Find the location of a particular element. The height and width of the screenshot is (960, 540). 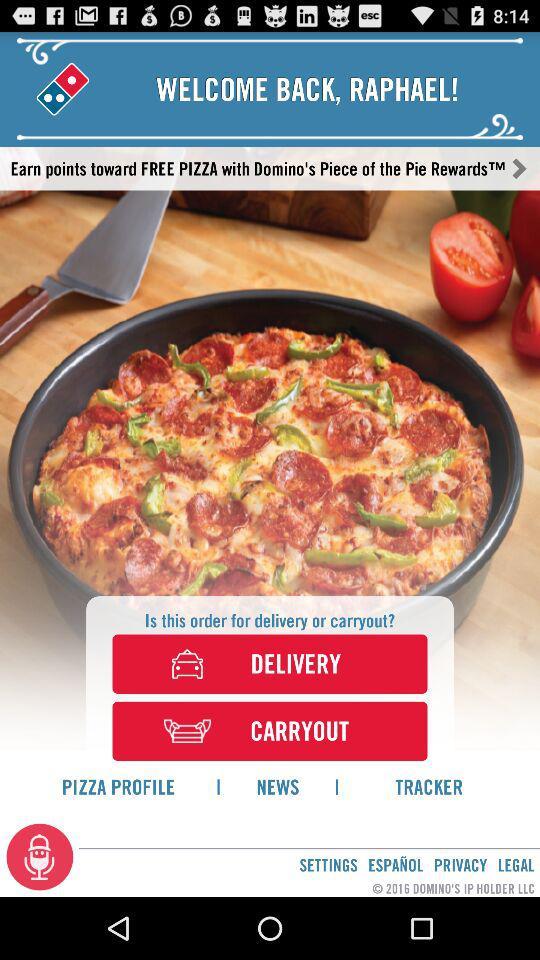

pizza profile icon is located at coordinates (118, 786).